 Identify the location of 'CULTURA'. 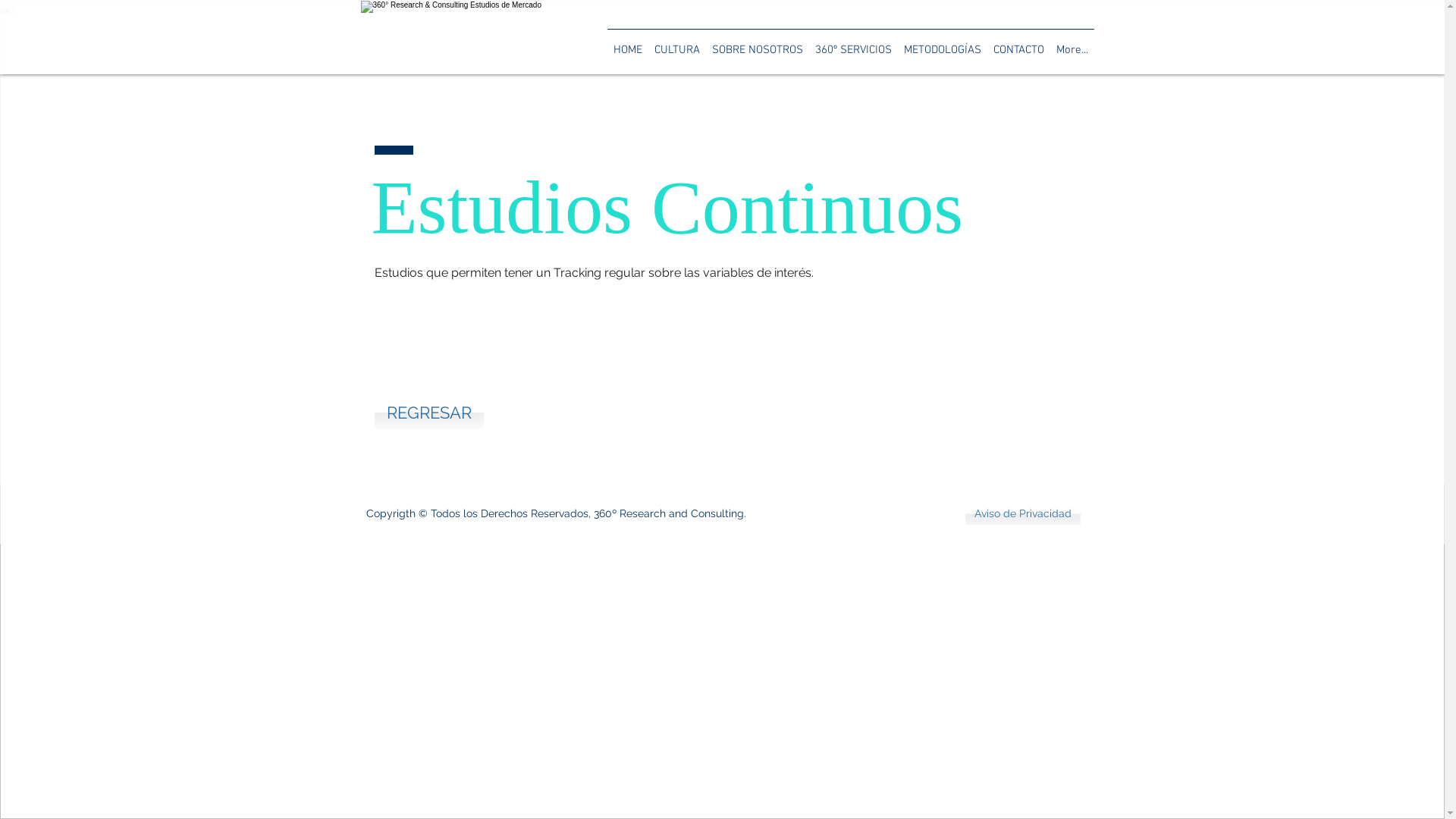
(676, 42).